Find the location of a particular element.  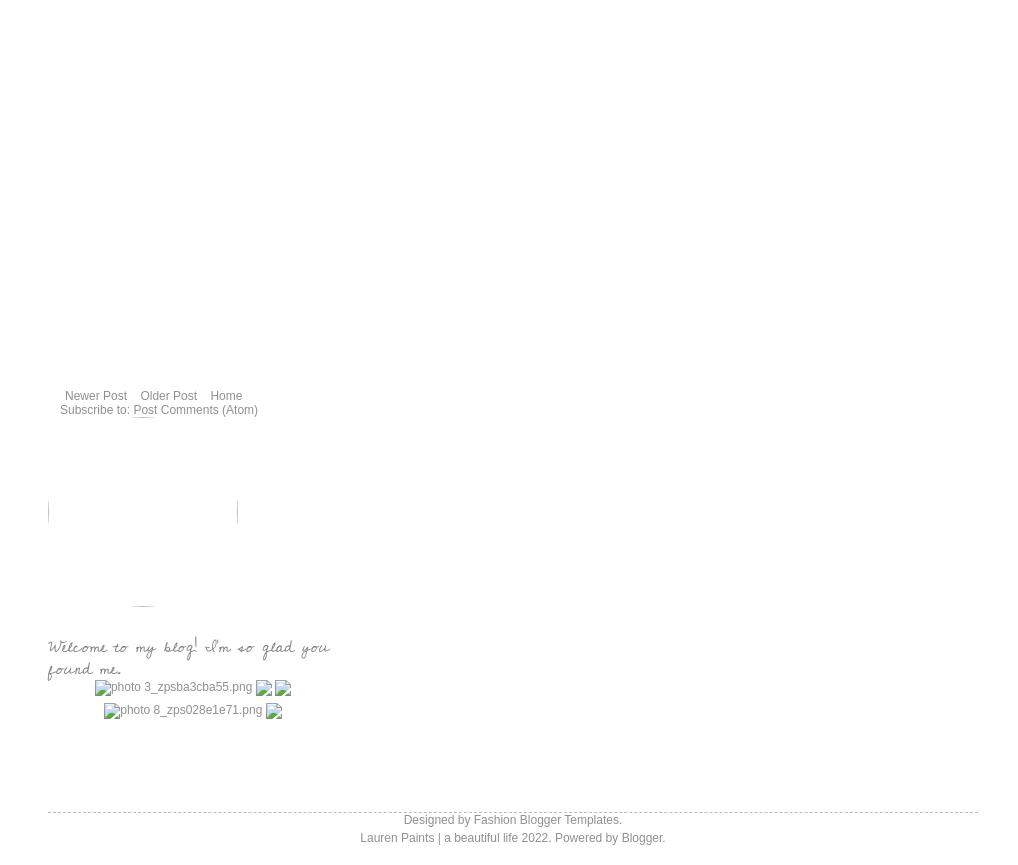

'Blogger' is located at coordinates (640, 837).